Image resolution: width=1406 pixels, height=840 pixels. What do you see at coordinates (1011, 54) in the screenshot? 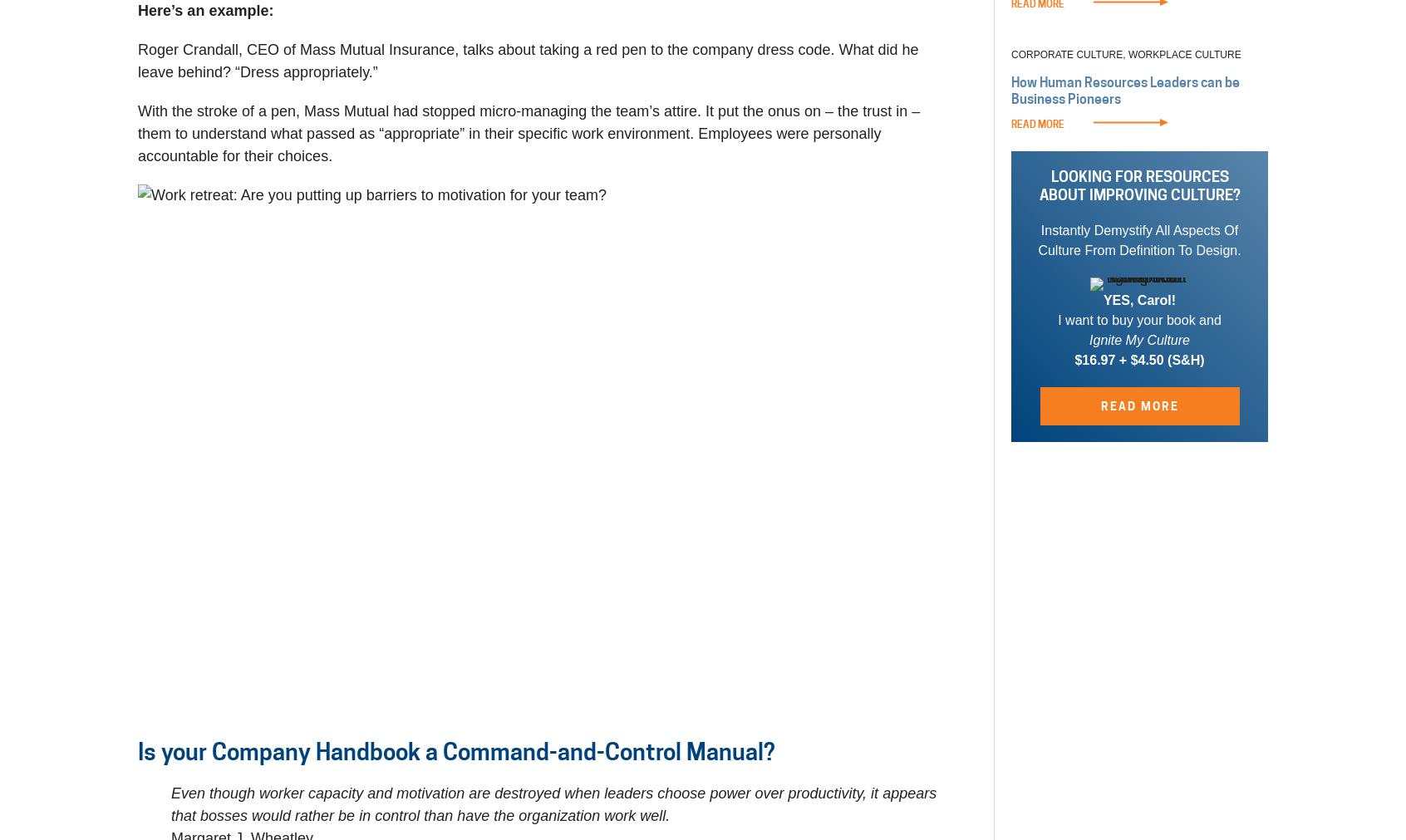
I see `'Corporate Culture'` at bounding box center [1011, 54].